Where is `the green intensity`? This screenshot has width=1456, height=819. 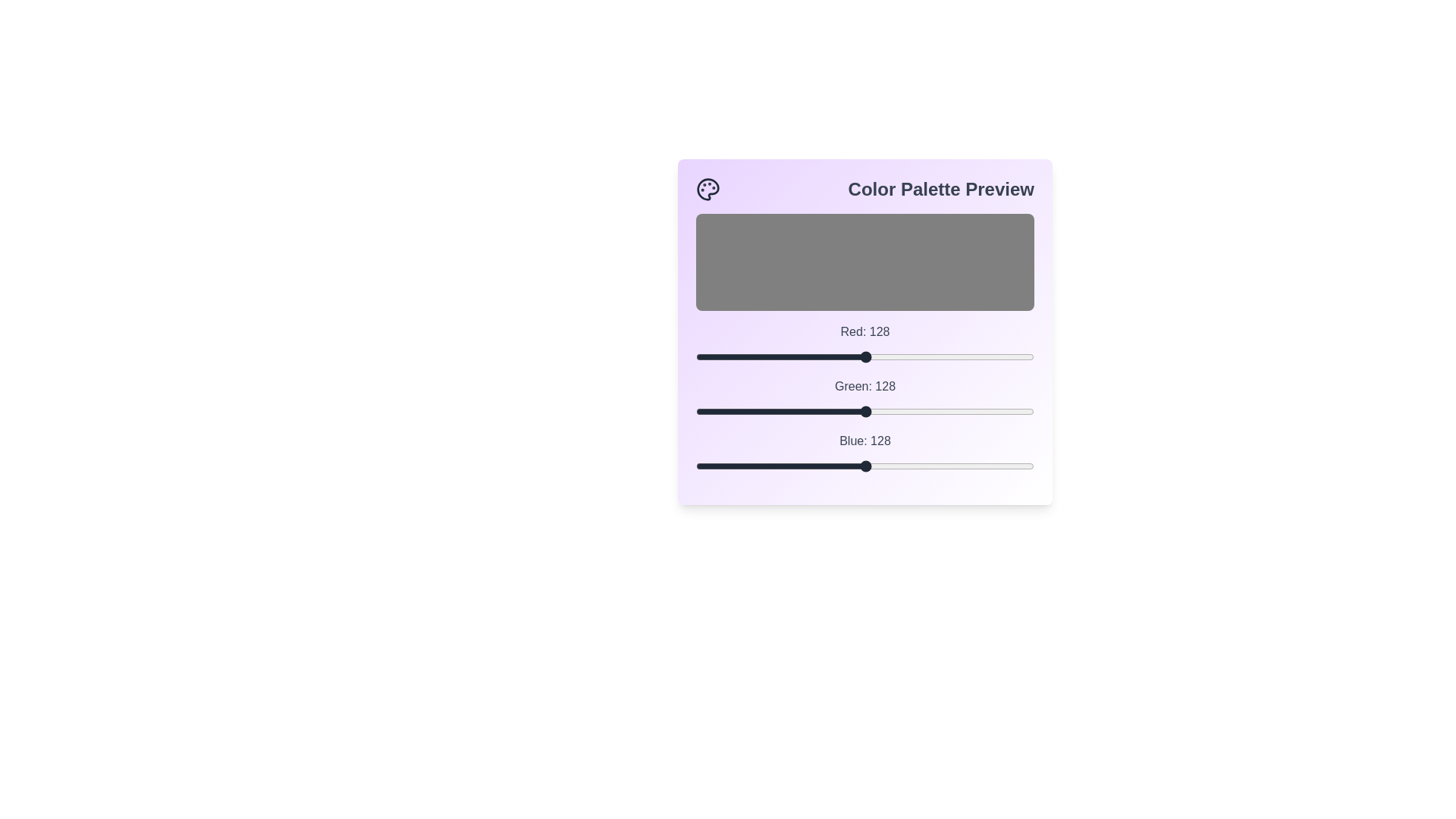
the green intensity is located at coordinates (861, 412).